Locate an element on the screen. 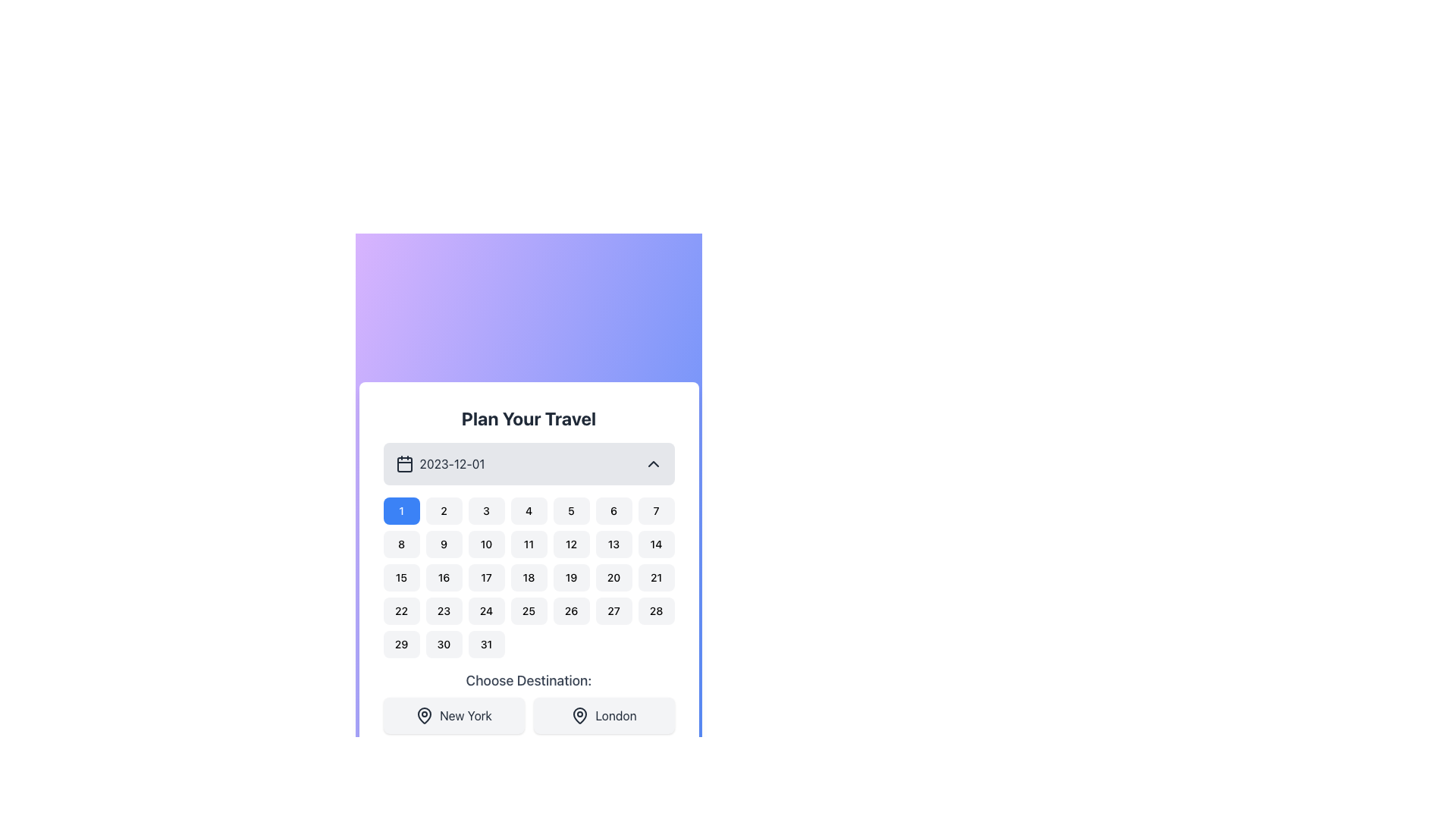  the selectable date button for the 14th day of the month in the calendar interface to change its background color is located at coordinates (656, 543).